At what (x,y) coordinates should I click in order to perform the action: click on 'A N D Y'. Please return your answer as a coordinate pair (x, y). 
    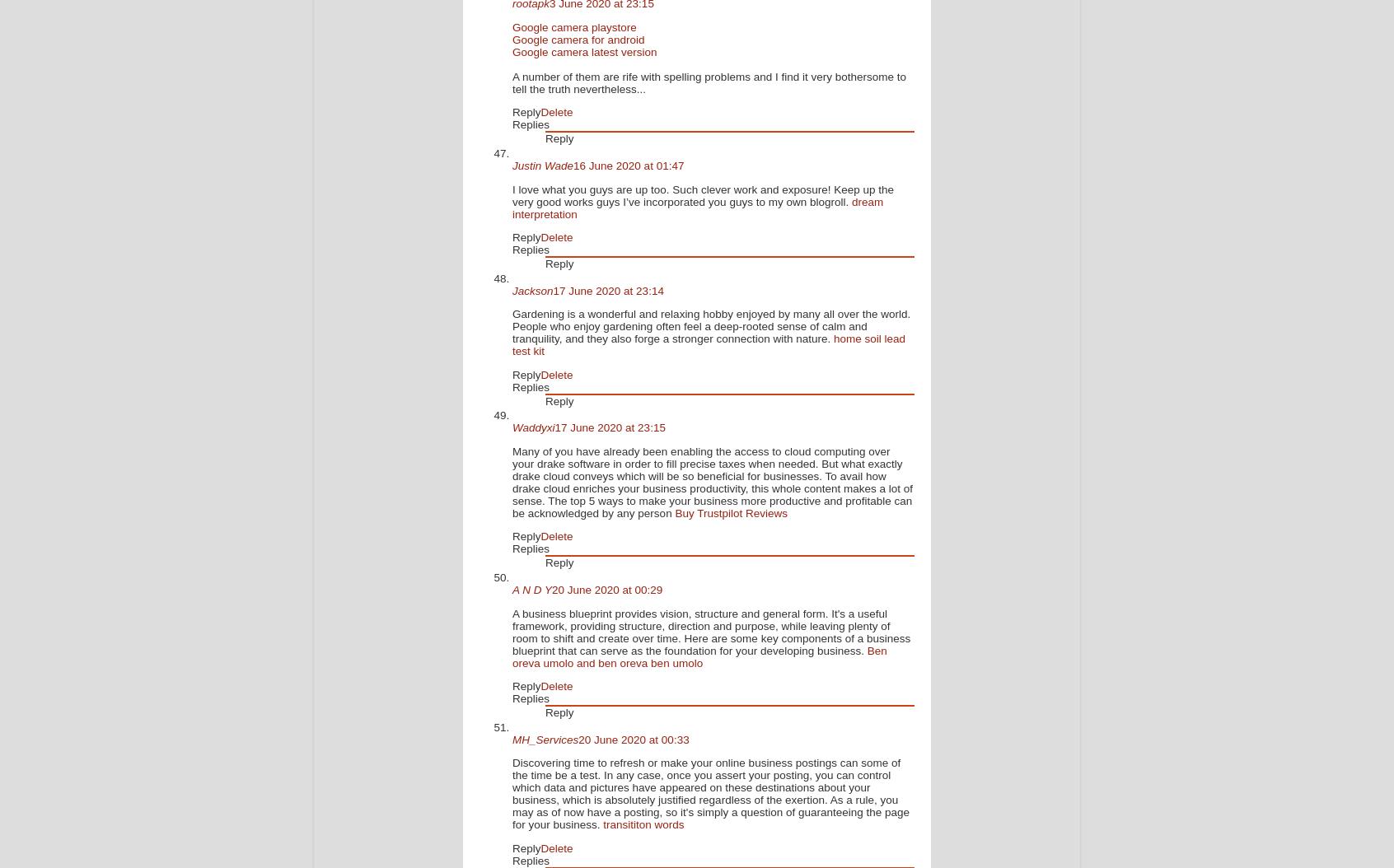
    Looking at the image, I should click on (532, 589).